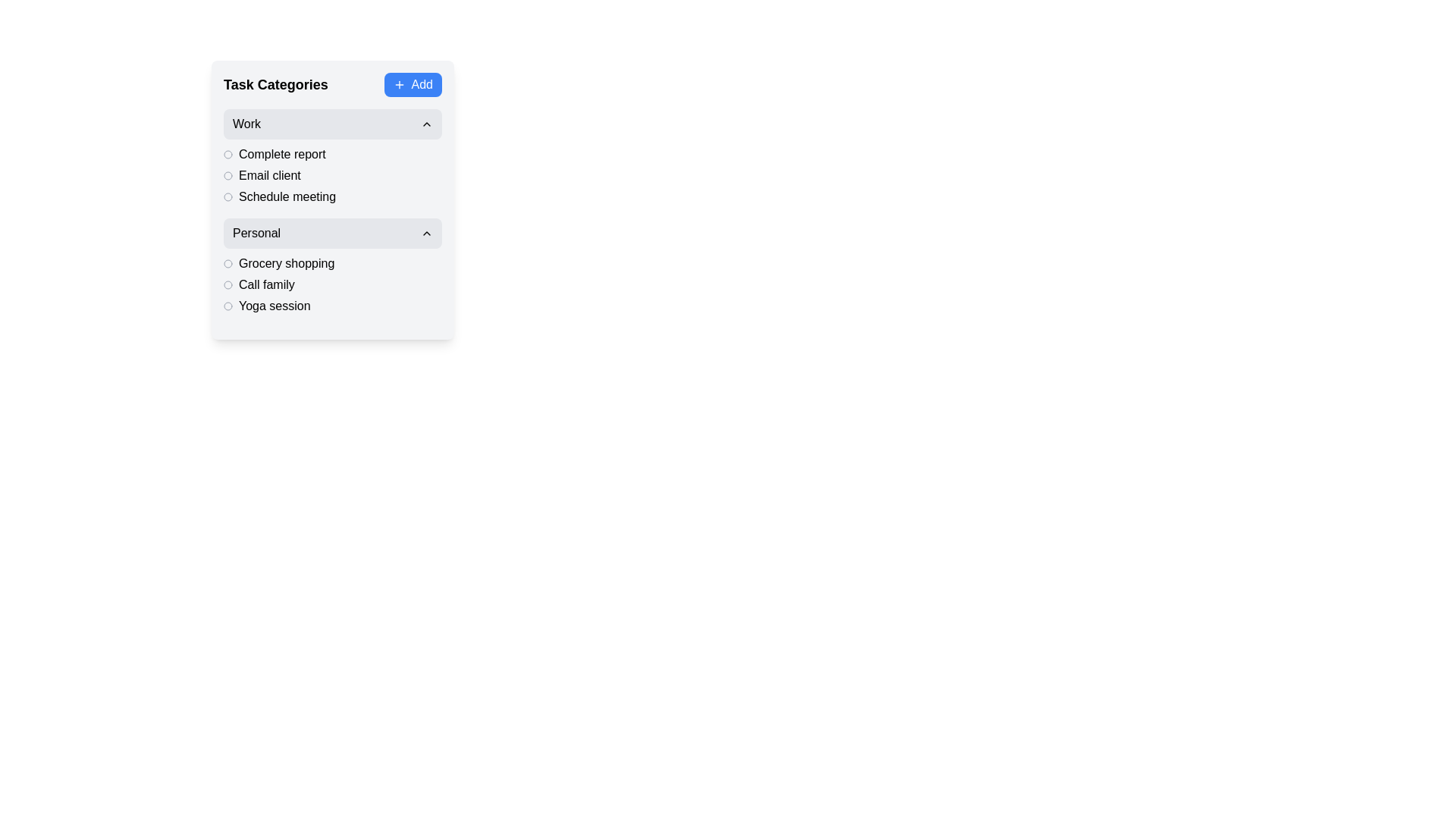 Image resolution: width=1456 pixels, height=819 pixels. What do you see at coordinates (282, 155) in the screenshot?
I see `the text label reading 'Complete report'` at bounding box center [282, 155].